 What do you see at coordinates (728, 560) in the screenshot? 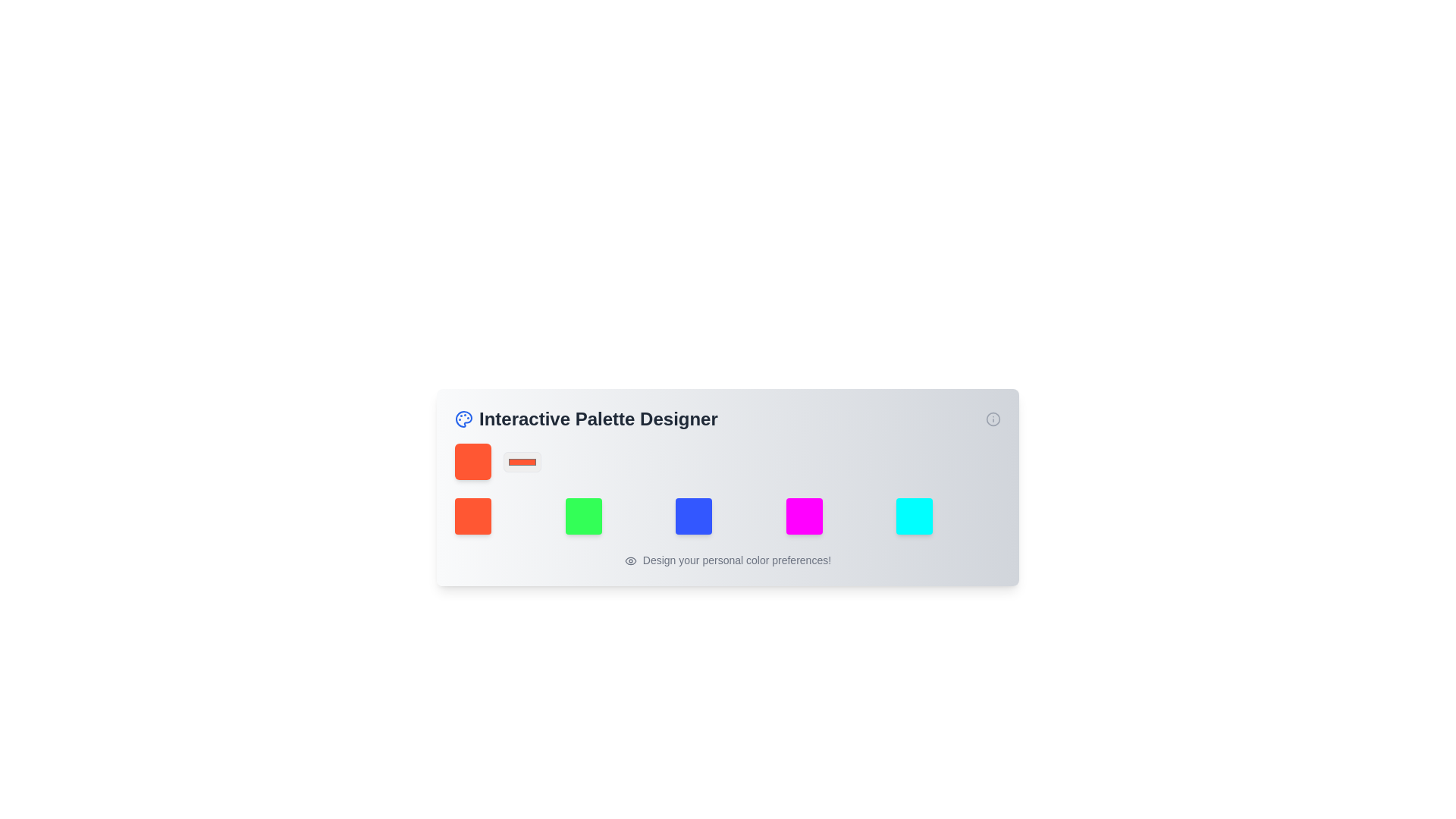
I see `the text label that says 'Design your personal color preferences!' located at the bottom of the 'Interactive Palette Designer' card layout` at bounding box center [728, 560].